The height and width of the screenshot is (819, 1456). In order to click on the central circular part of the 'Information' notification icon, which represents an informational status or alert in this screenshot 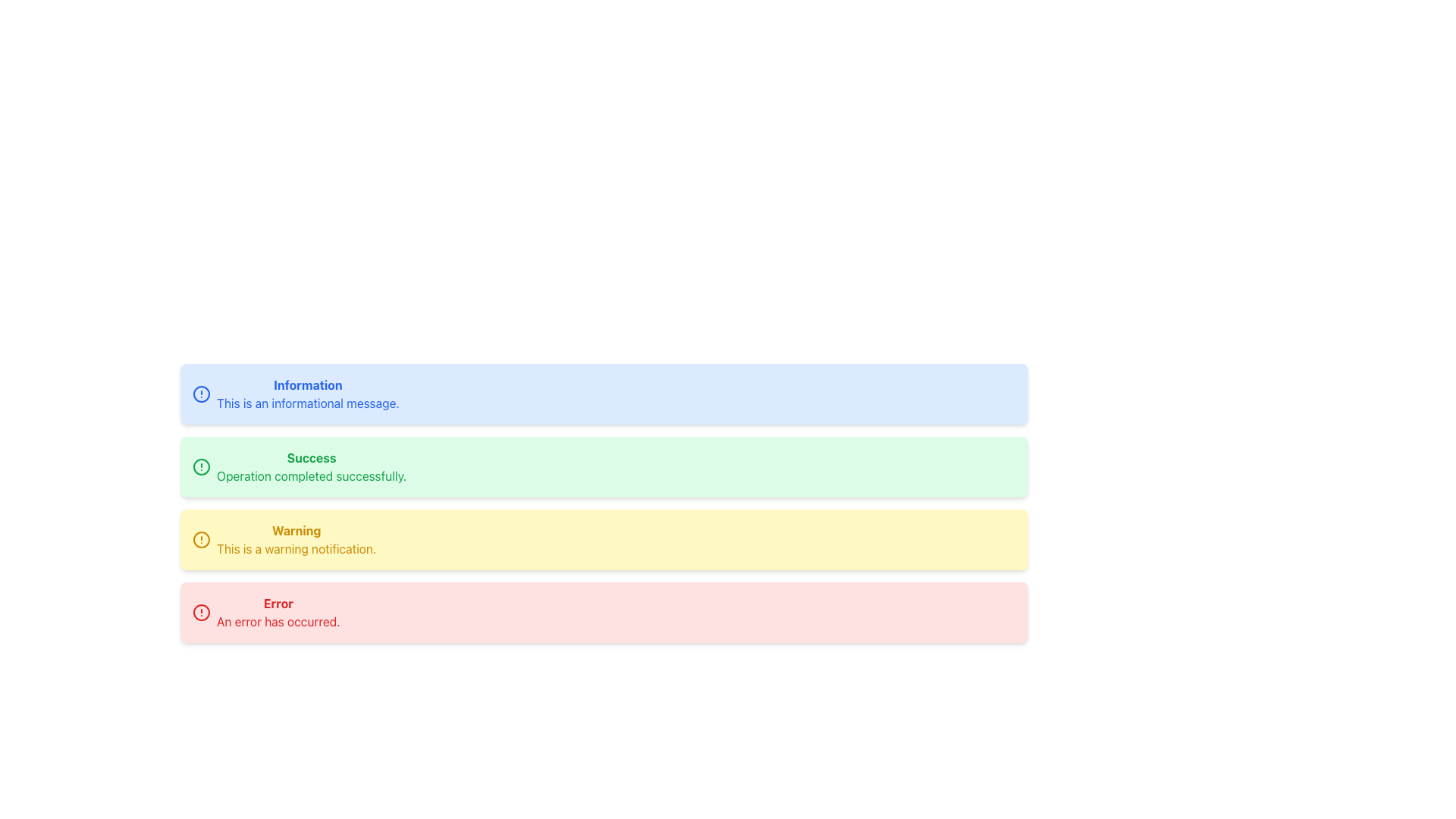, I will do `click(200, 394)`.